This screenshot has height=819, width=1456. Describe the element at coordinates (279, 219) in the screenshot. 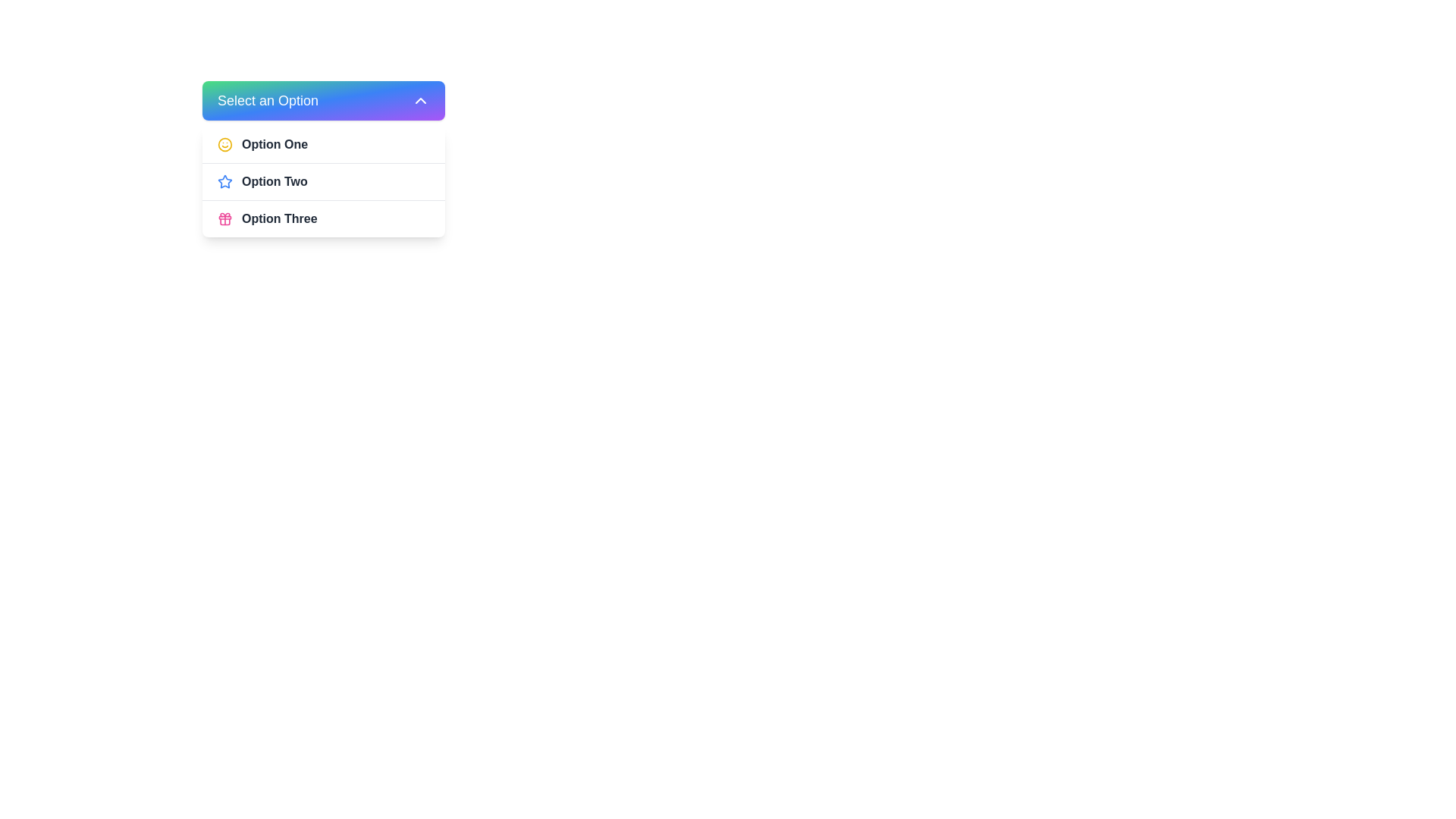

I see `the text label for the third selectable option in the dropdown menu located at the bottom-center of the menu` at that location.